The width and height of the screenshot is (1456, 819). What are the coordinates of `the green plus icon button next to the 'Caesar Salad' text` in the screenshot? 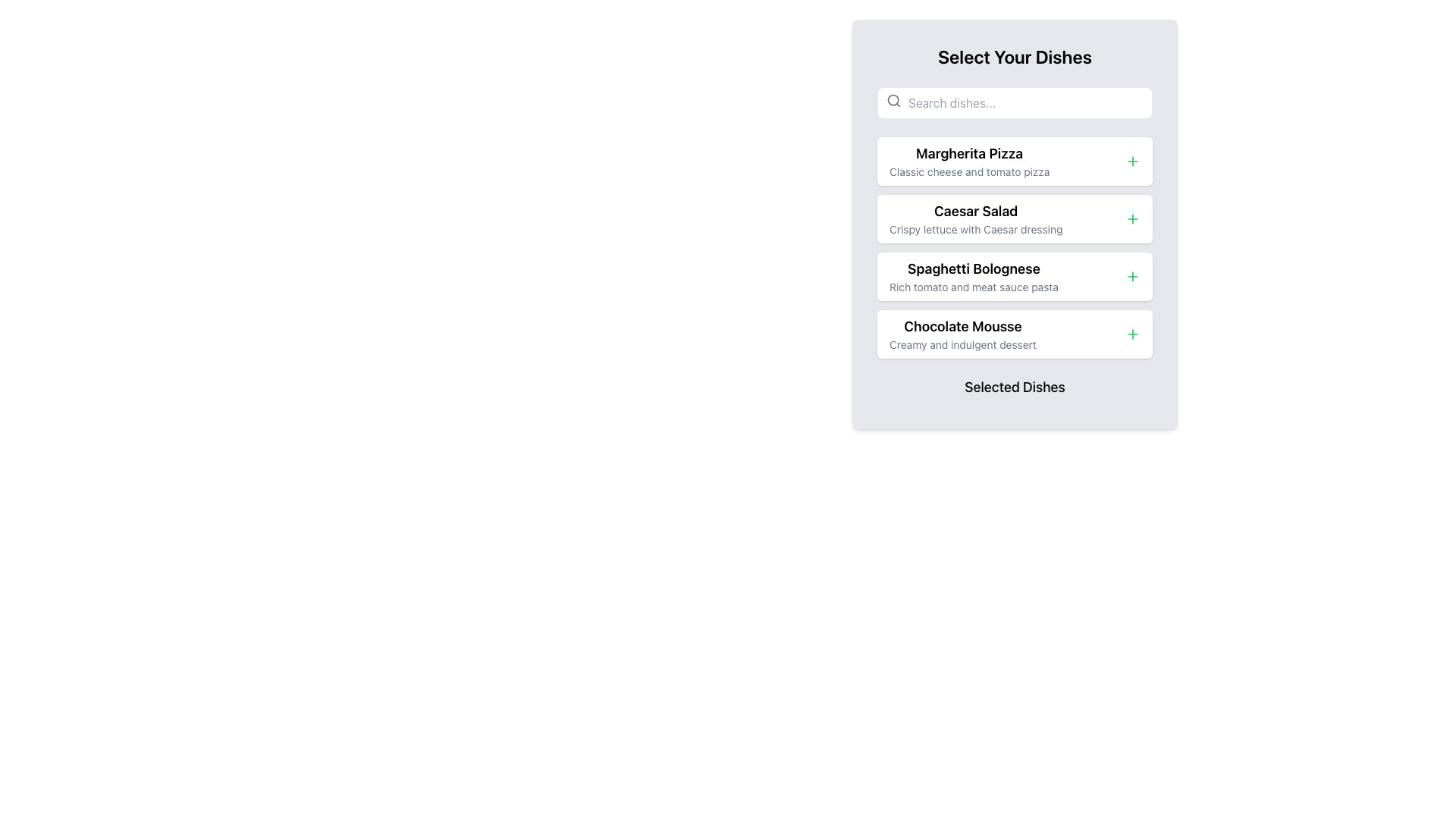 It's located at (1132, 219).